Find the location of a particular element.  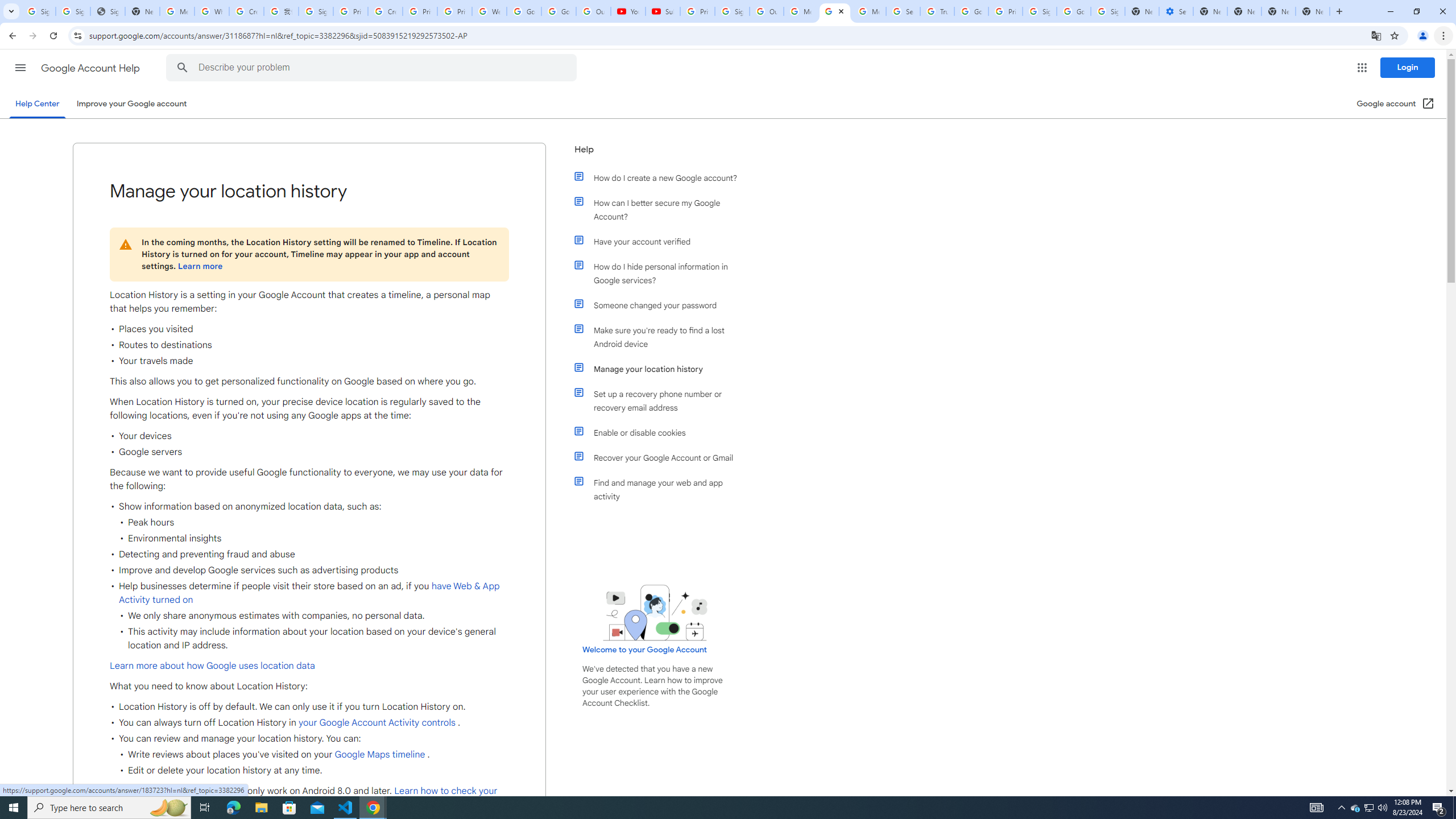

'Set up a recovery phone number or recovery email address' is located at coordinates (661, 400).